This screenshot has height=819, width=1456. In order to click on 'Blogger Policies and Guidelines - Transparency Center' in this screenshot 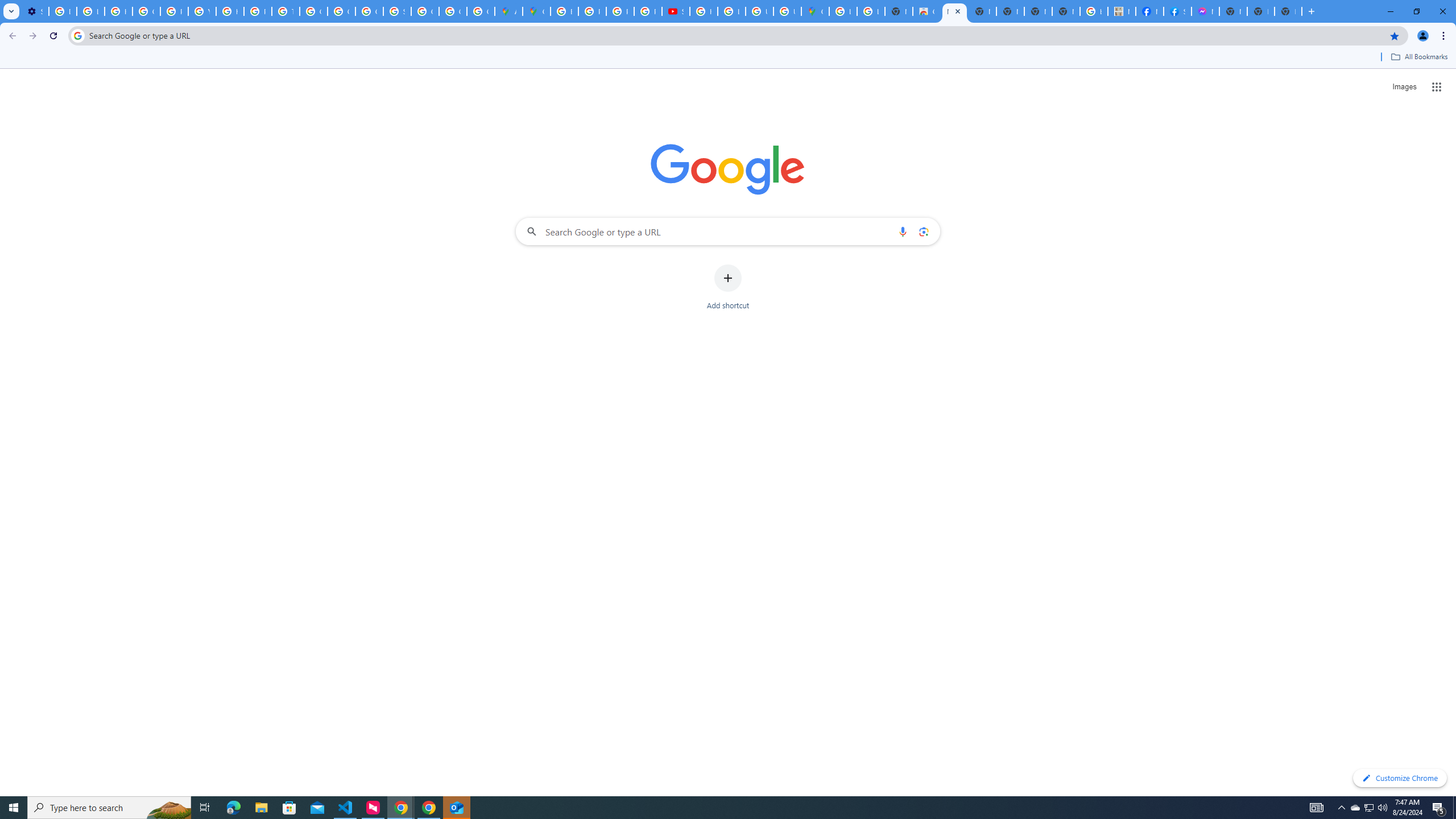, I will do `click(564, 11)`.